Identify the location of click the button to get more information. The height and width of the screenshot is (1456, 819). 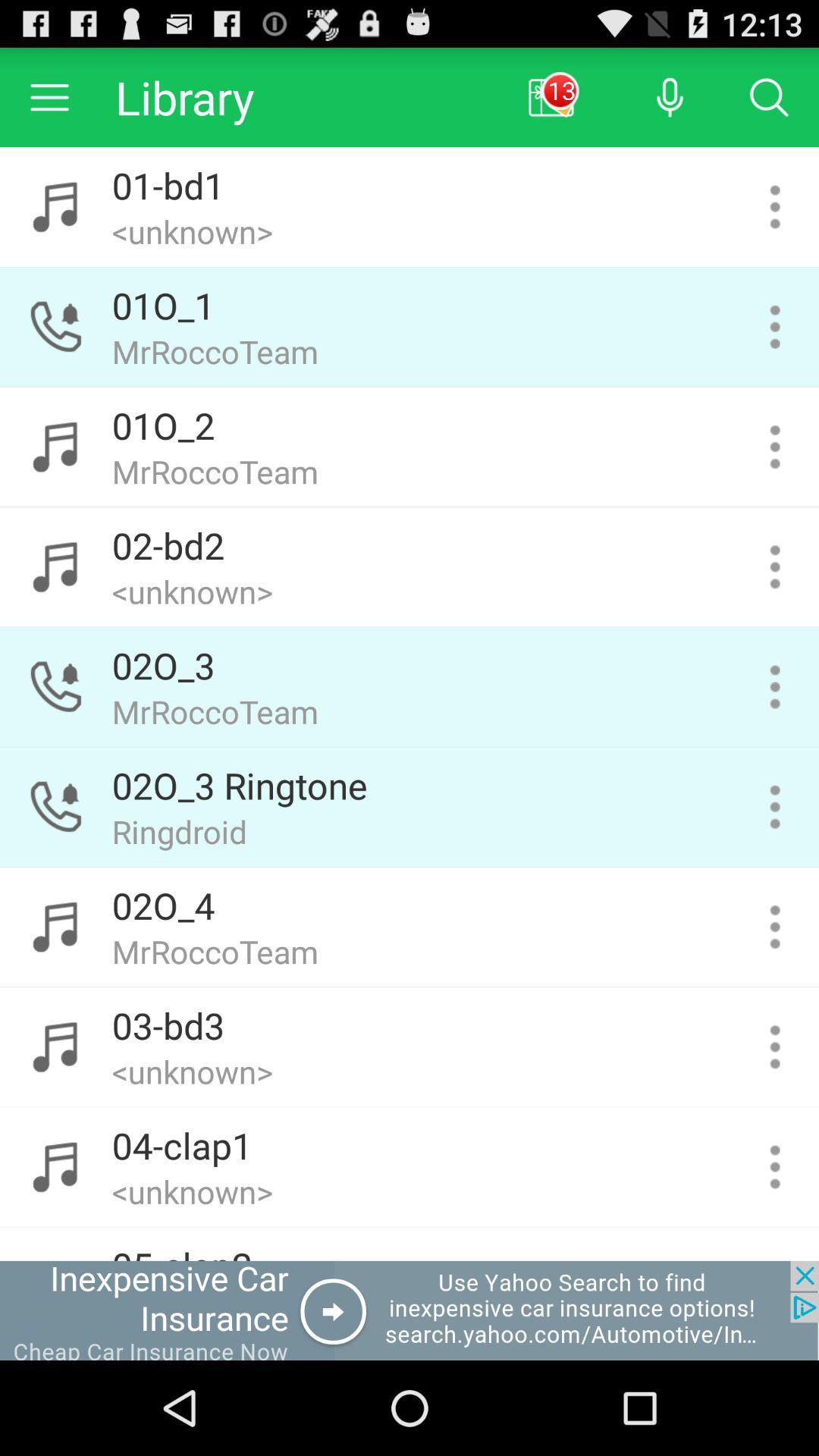
(775, 806).